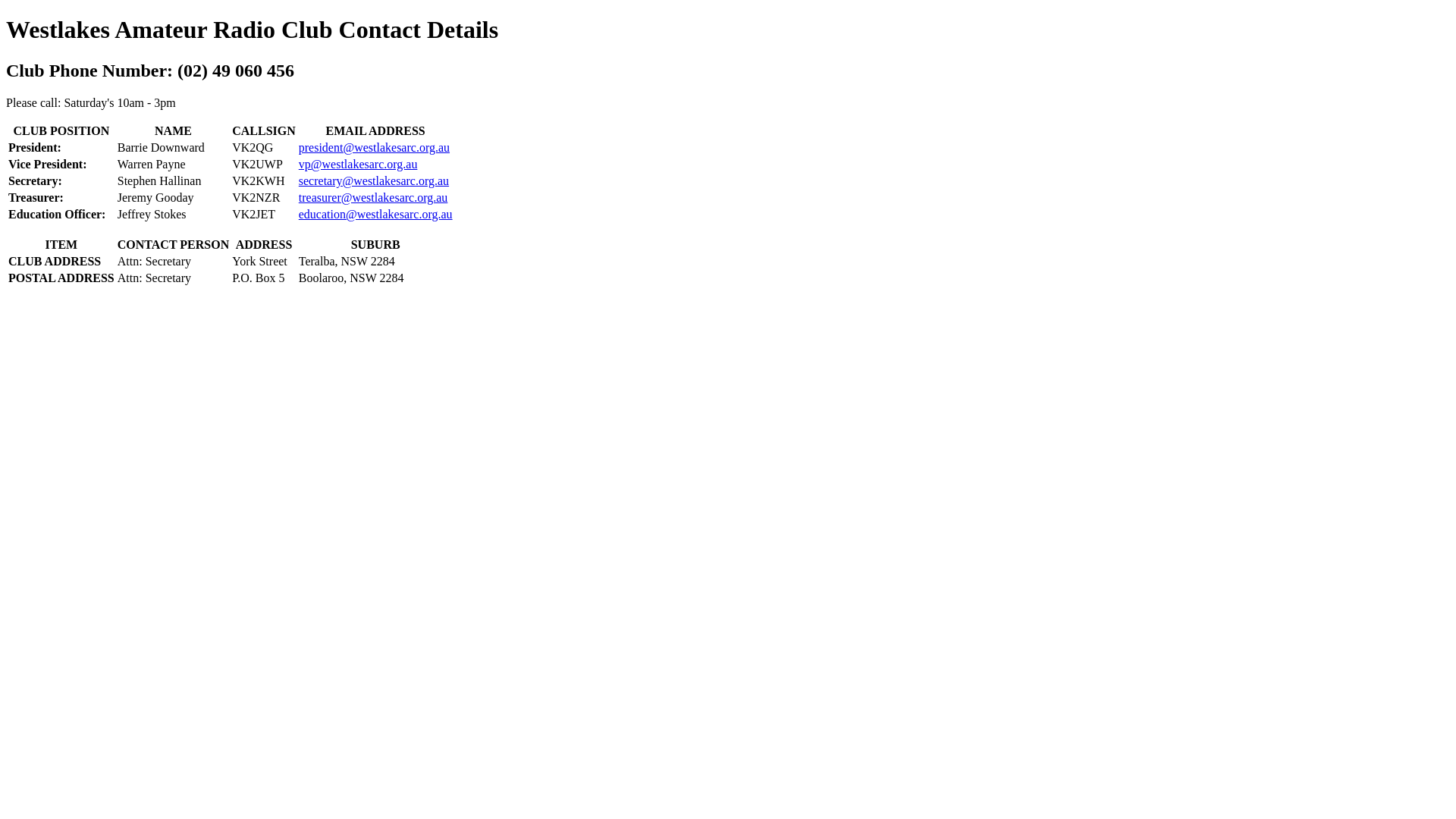  Describe the element at coordinates (298, 147) in the screenshot. I see `'president@westlakesarc.org.au'` at that location.